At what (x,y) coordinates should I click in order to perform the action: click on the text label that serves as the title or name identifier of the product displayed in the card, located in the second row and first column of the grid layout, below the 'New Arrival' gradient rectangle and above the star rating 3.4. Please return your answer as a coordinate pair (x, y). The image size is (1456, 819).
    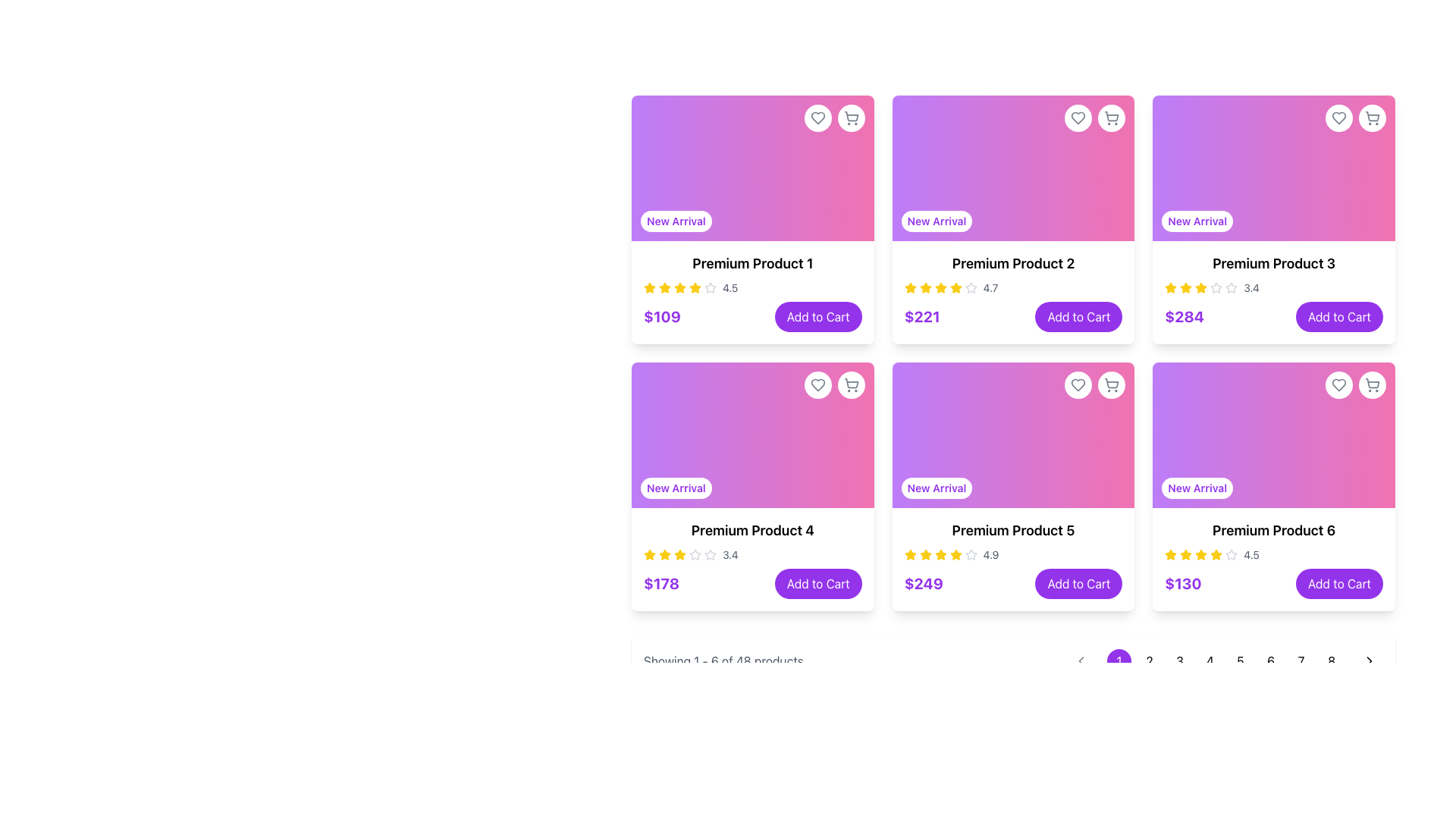
    Looking at the image, I should click on (752, 529).